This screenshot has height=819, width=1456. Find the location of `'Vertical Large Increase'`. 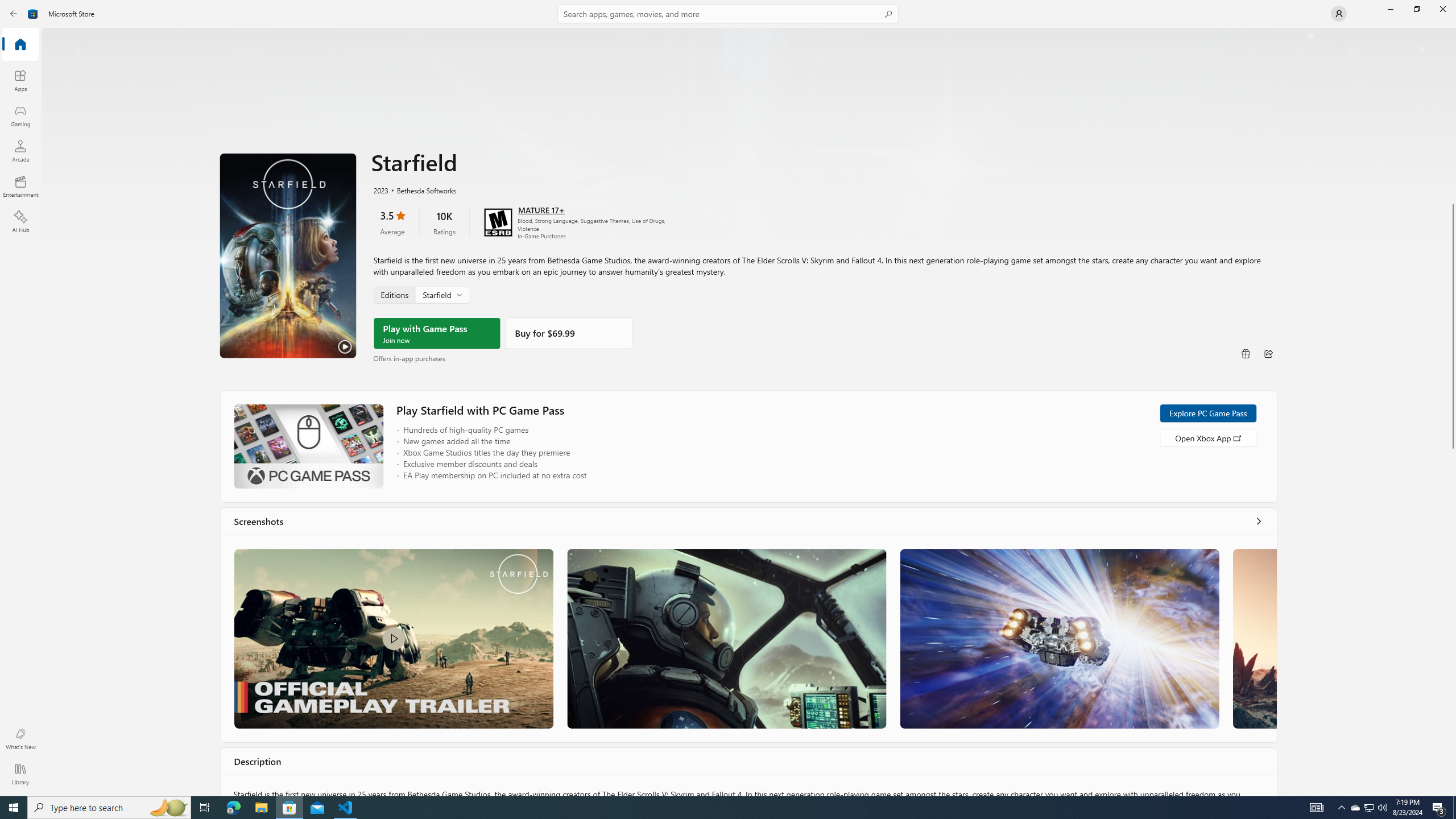

'Vertical Large Increase' is located at coordinates (1451, 618).